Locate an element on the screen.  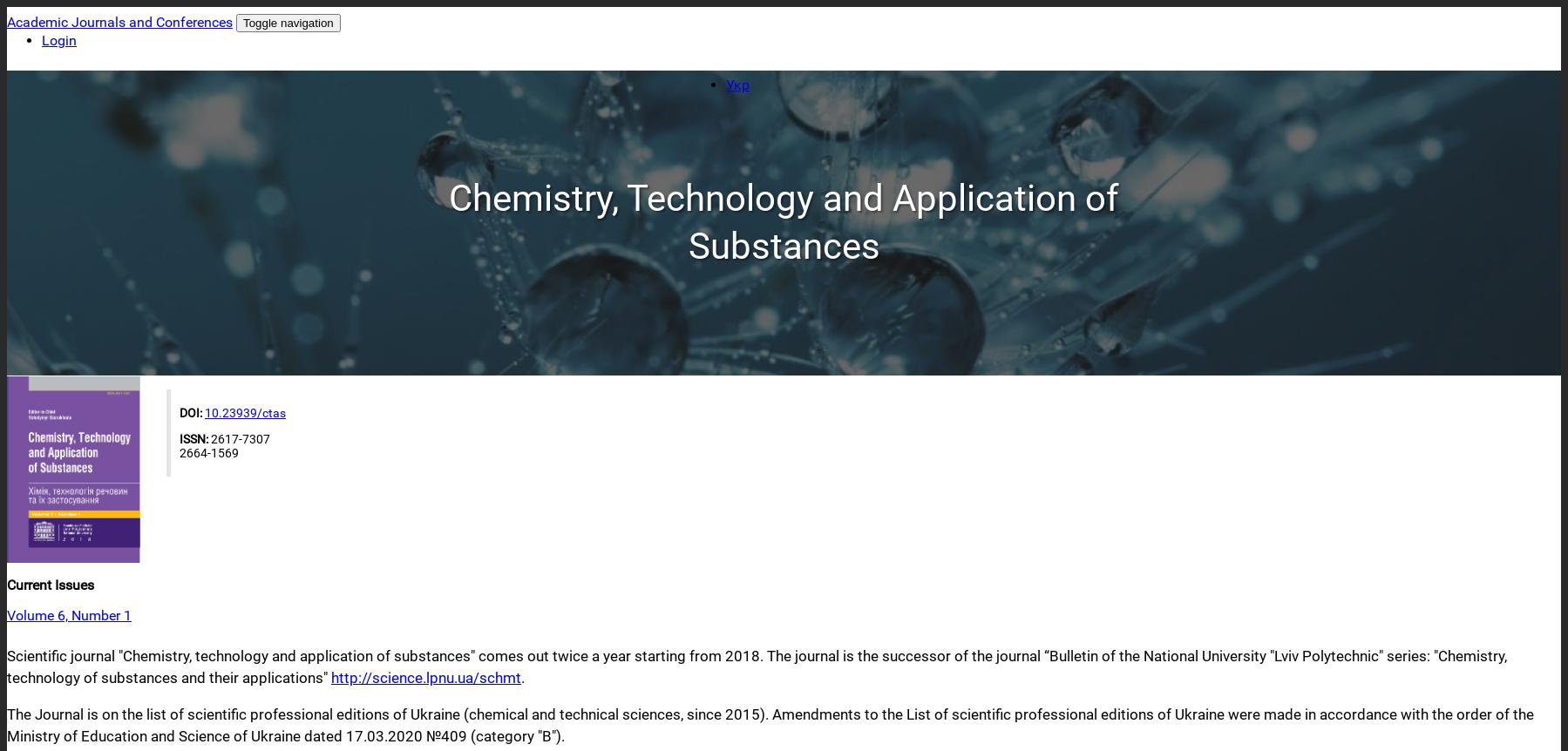
'DOI:' is located at coordinates (192, 413).